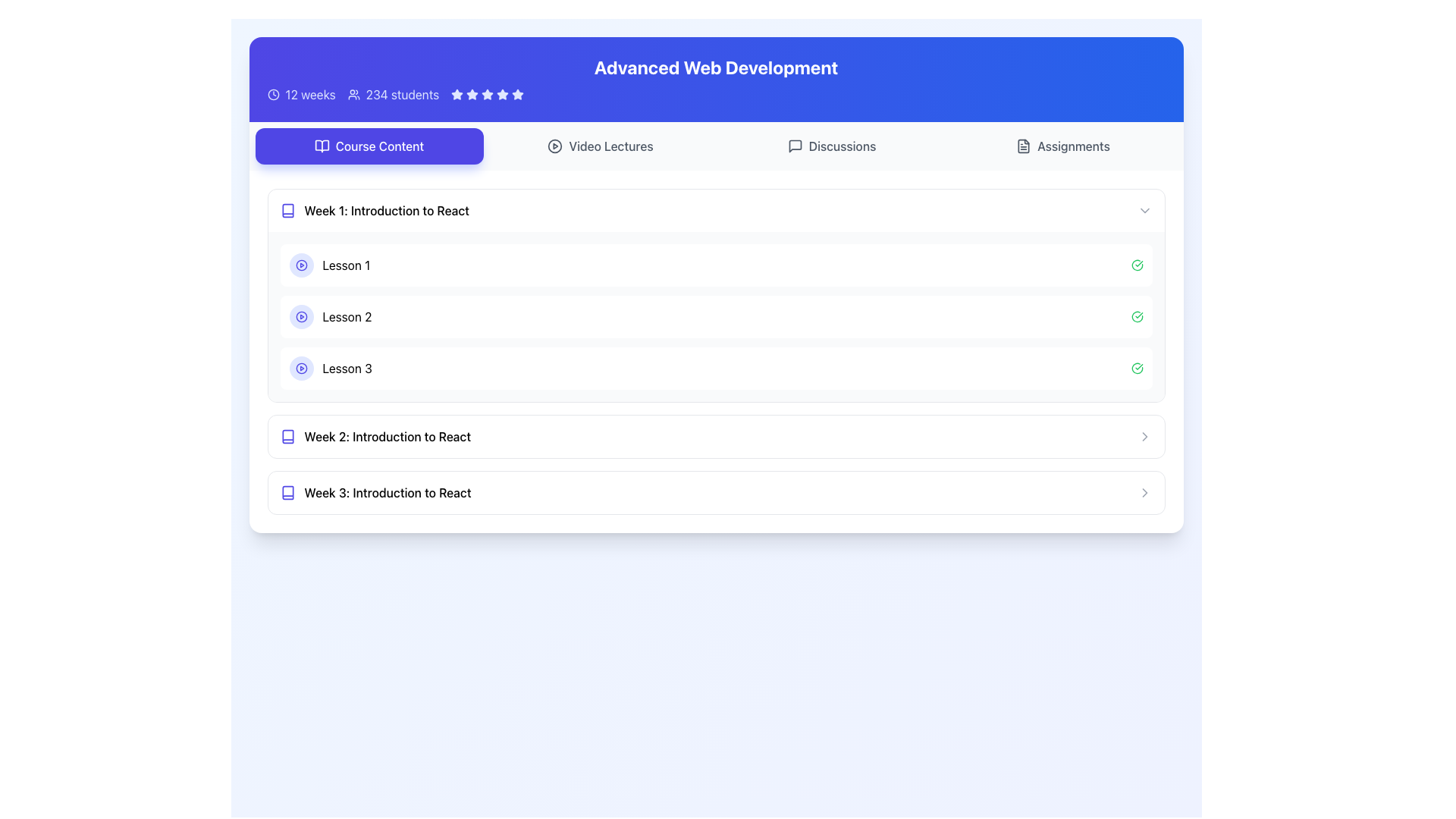 This screenshot has width=1456, height=819. Describe the element at coordinates (715, 436) in the screenshot. I see `the interactive row titled 'Week 2: Introduction to React'` at that location.